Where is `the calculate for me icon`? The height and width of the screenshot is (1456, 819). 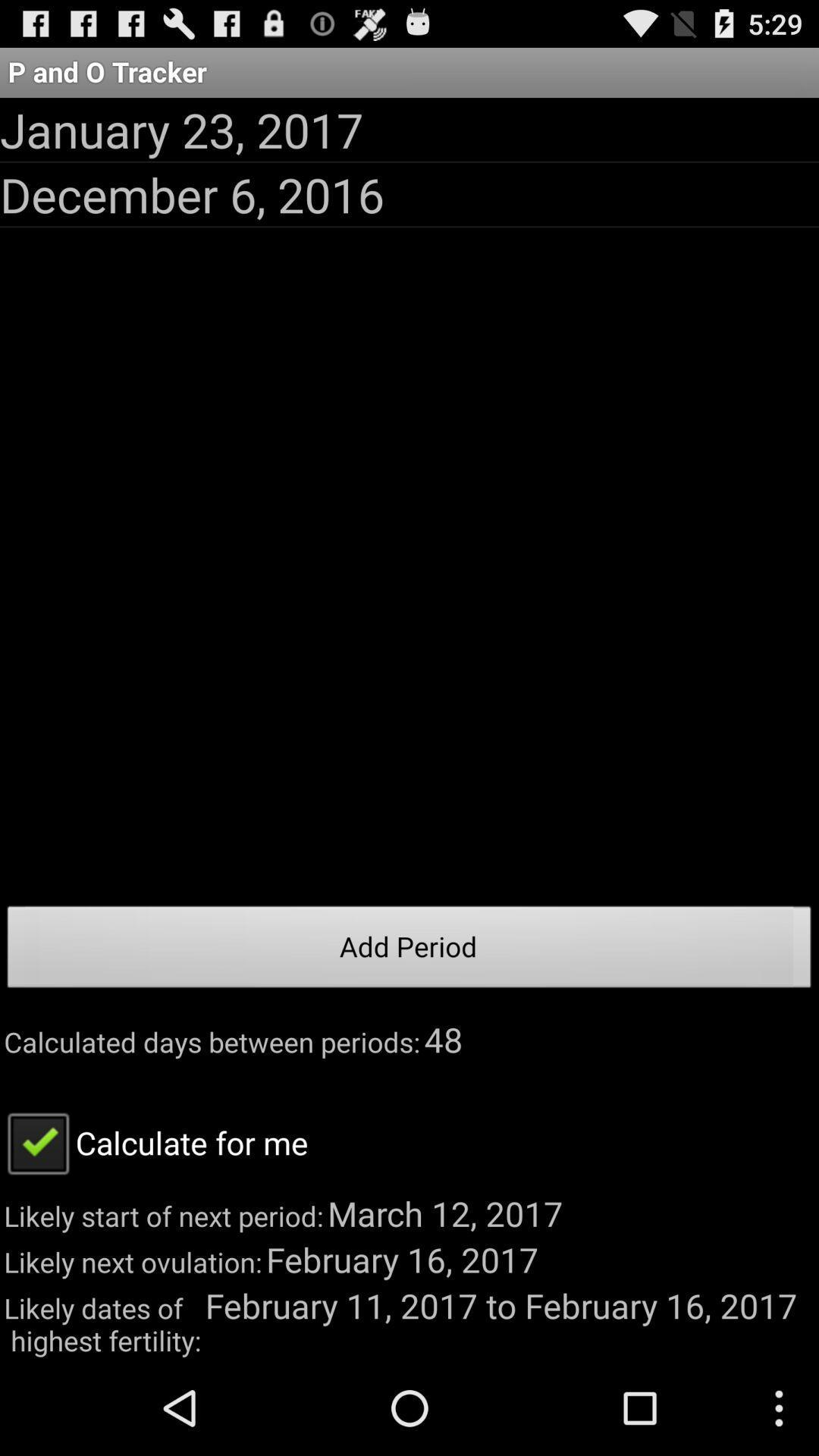
the calculate for me icon is located at coordinates (154, 1142).